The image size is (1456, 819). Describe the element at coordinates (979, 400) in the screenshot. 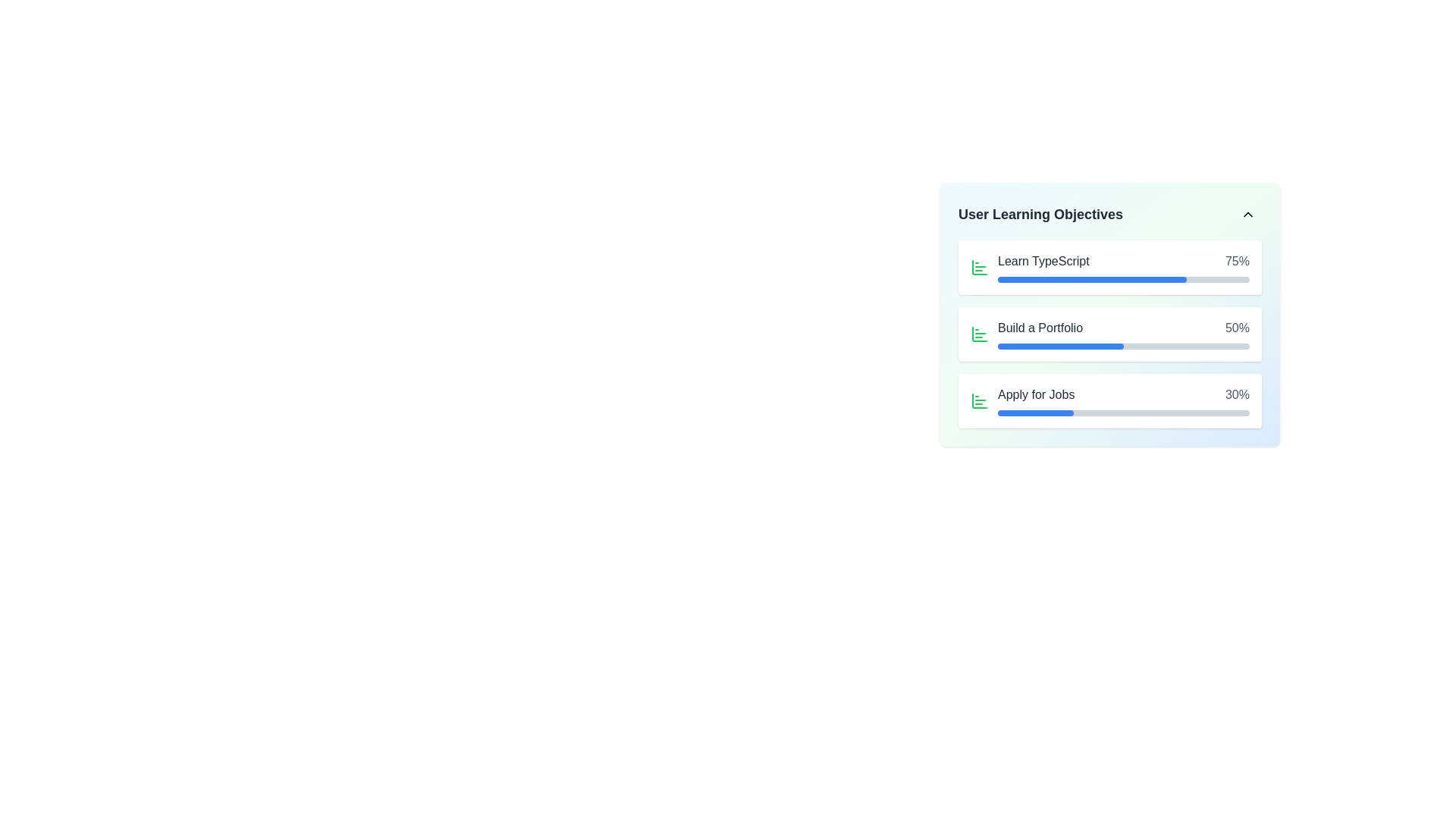

I see `the leftmost green bar of the bar chart icon, which is styled as a vertical rectangle with rounded corners` at that location.